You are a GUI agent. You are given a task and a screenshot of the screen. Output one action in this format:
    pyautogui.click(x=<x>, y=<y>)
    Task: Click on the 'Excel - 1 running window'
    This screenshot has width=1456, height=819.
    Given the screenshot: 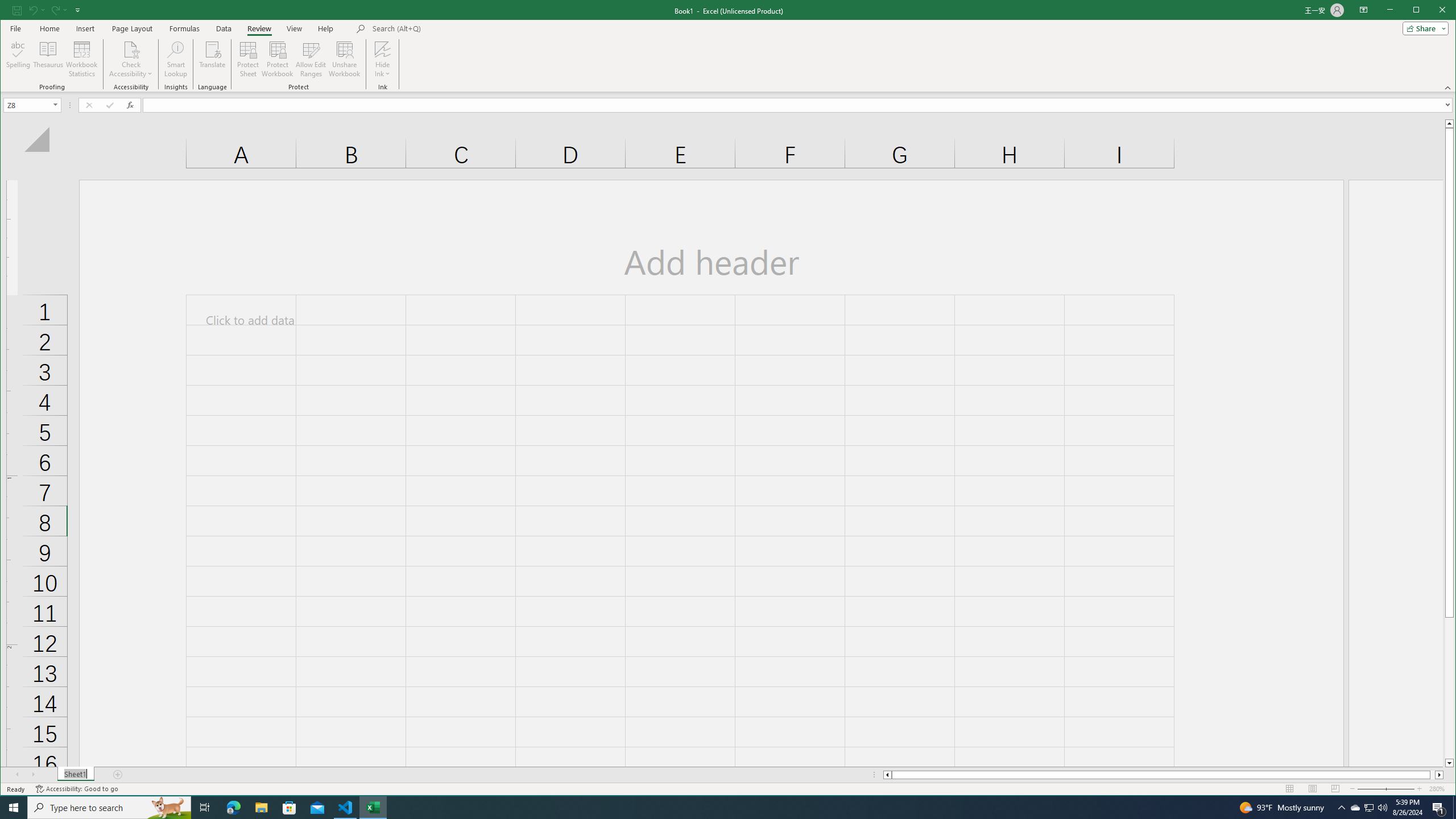 What is the action you would take?
    pyautogui.click(x=373, y=806)
    